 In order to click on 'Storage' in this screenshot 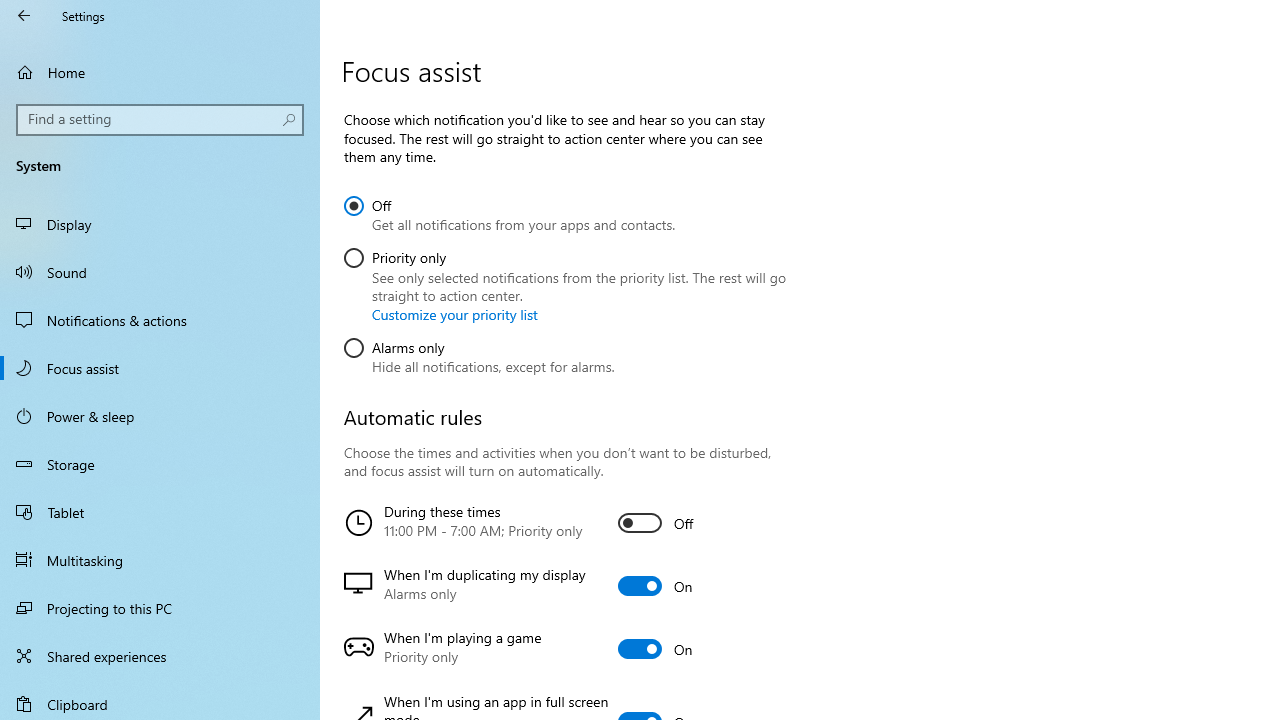, I will do `click(160, 464)`.